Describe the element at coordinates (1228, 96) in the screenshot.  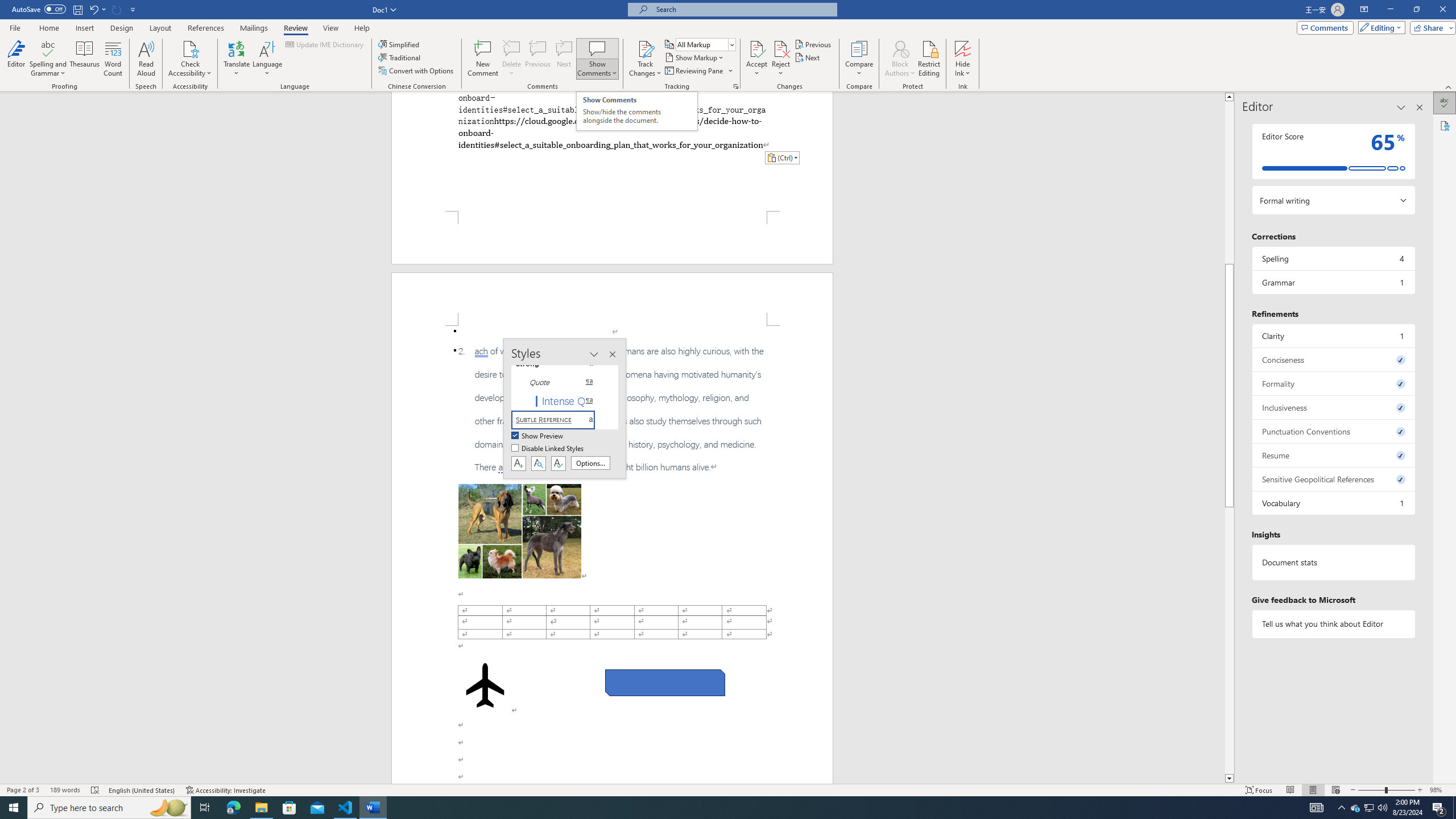
I see `'Line up'` at that location.